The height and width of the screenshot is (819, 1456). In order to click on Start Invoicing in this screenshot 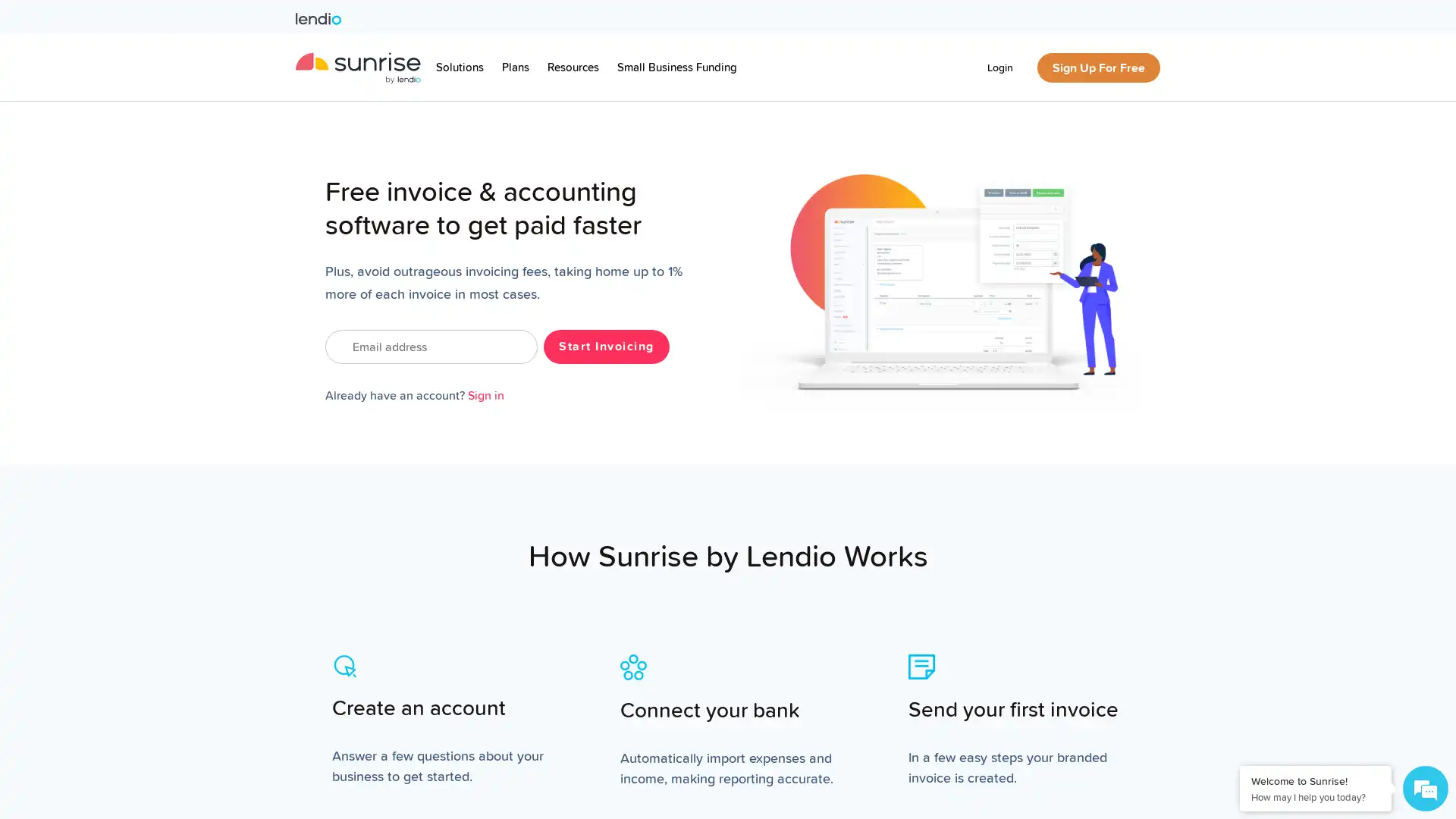, I will do `click(605, 346)`.